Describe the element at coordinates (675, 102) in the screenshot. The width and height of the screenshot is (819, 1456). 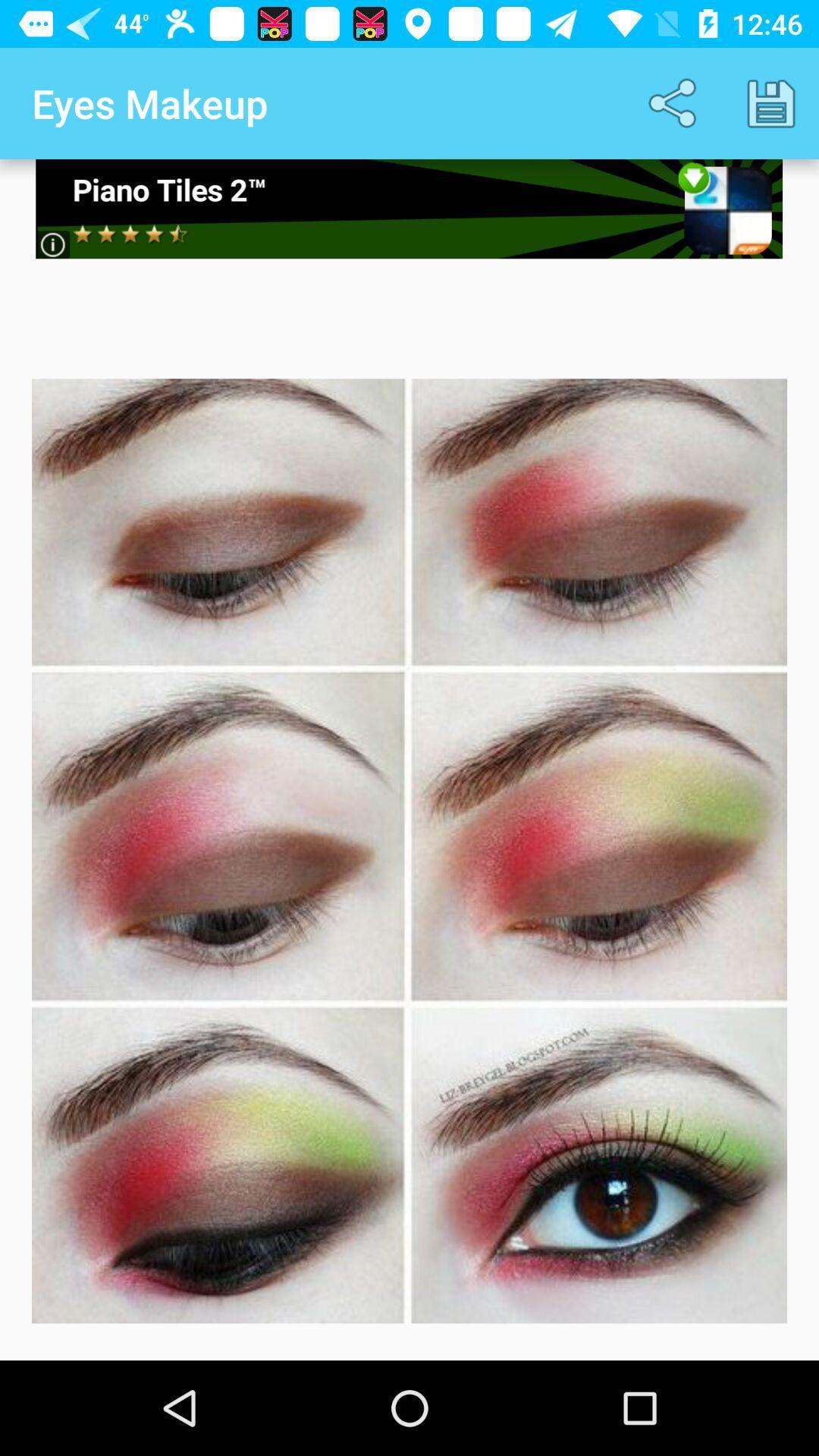
I see `app next to eyes makeup item` at that location.